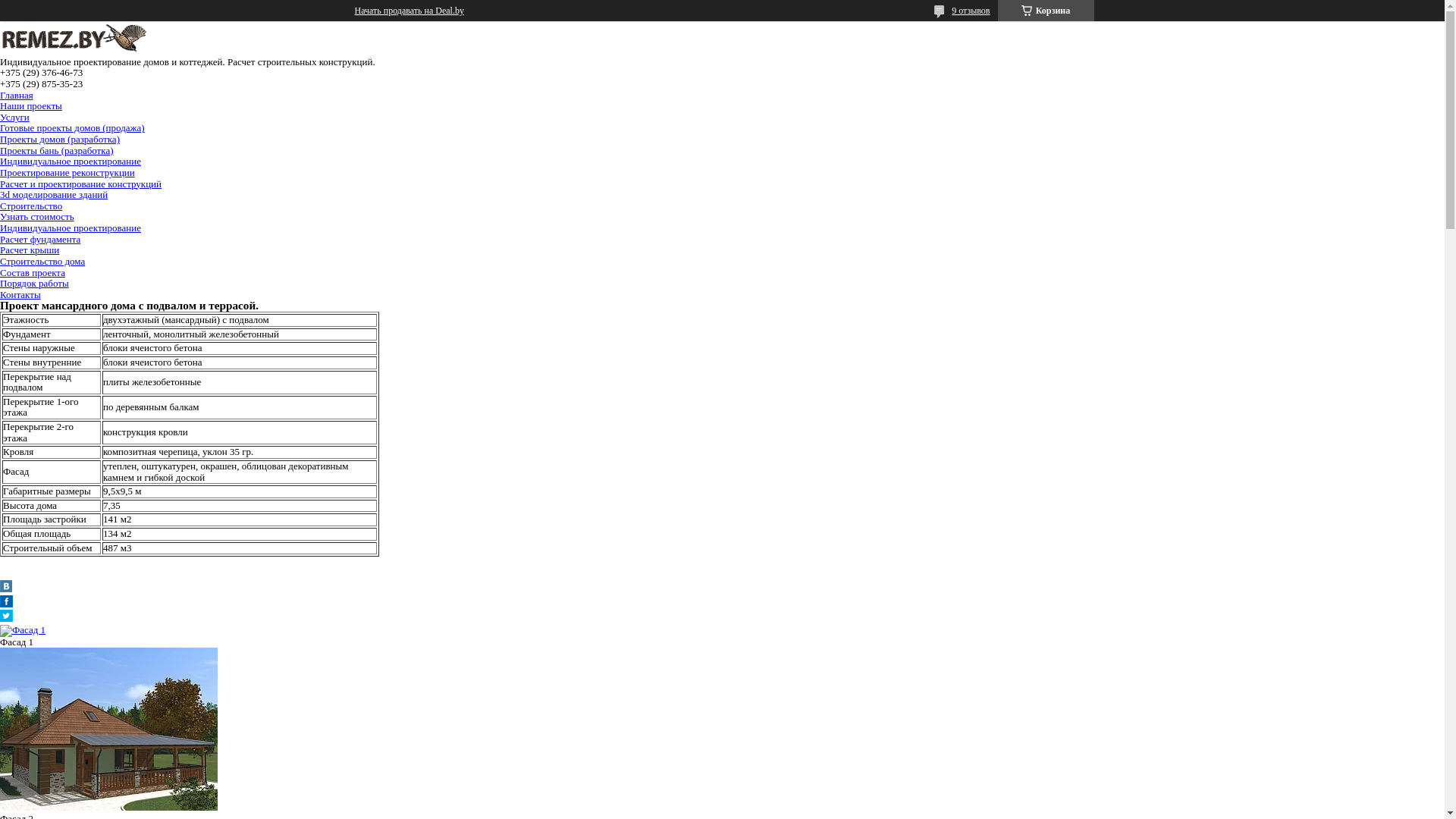  Describe the element at coordinates (6, 618) in the screenshot. I see `'twitter'` at that location.